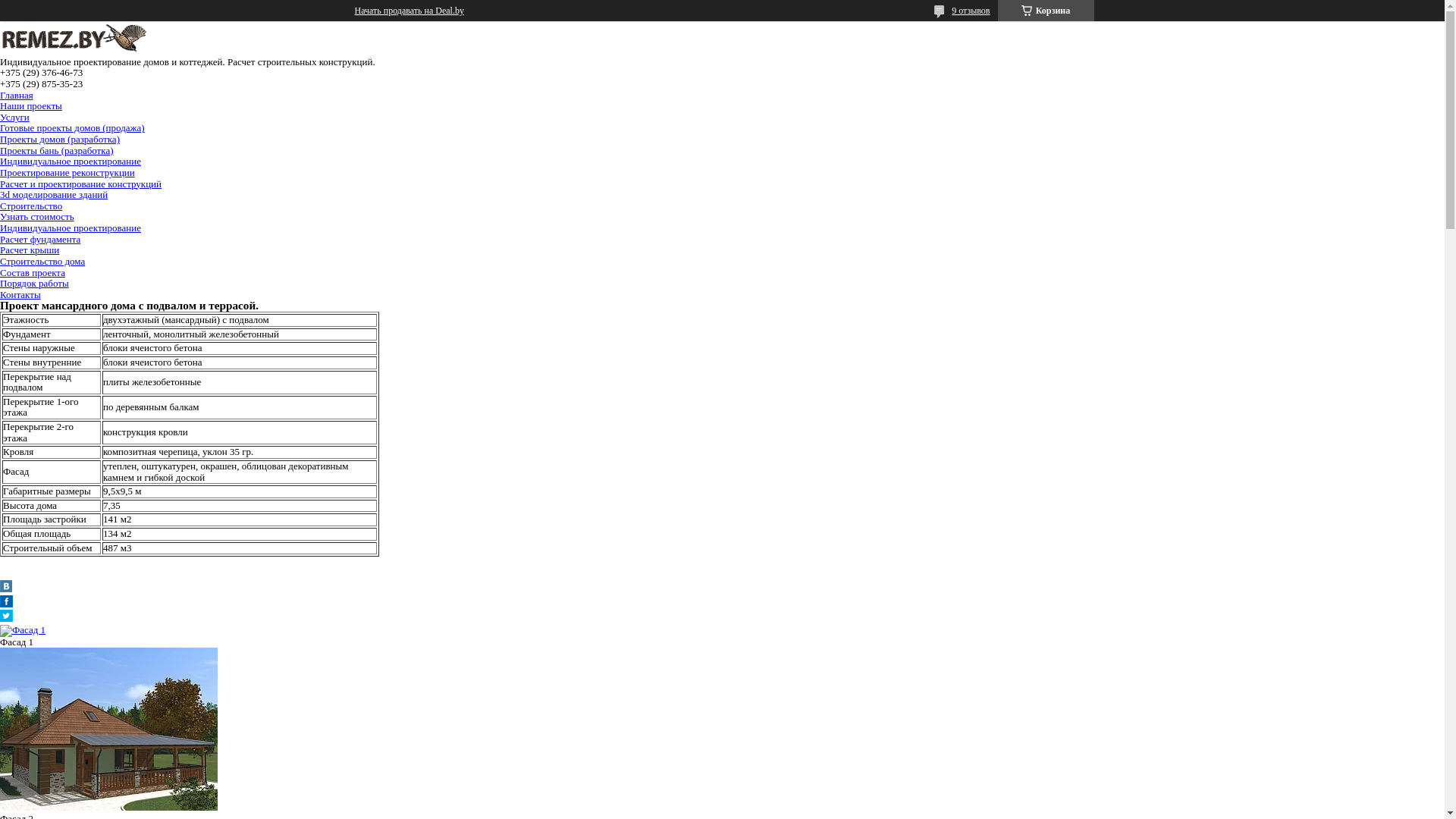  Describe the element at coordinates (6, 618) in the screenshot. I see `'twitter'` at that location.